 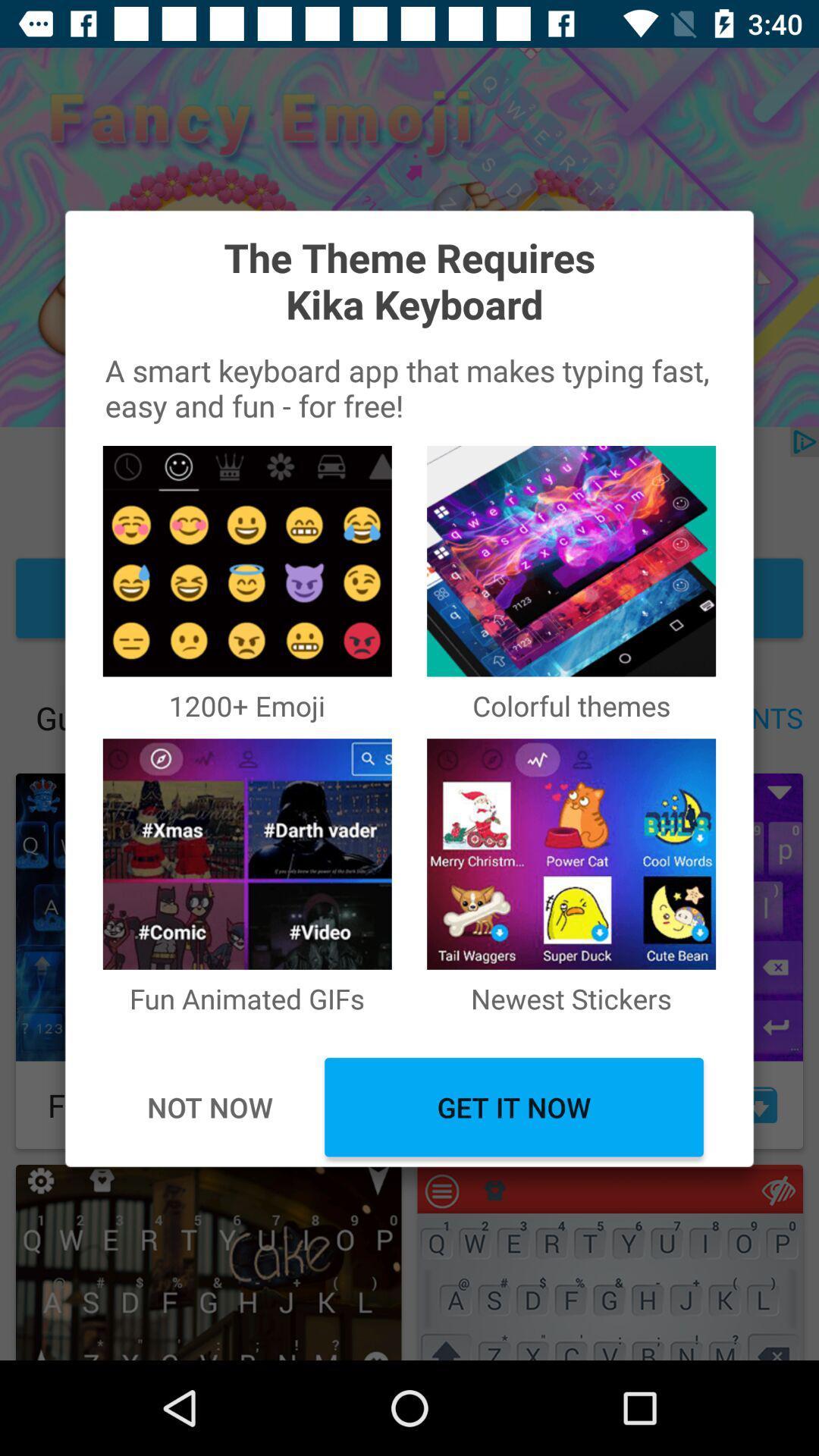 What do you see at coordinates (209, 1107) in the screenshot?
I see `icon next to get it now icon` at bounding box center [209, 1107].